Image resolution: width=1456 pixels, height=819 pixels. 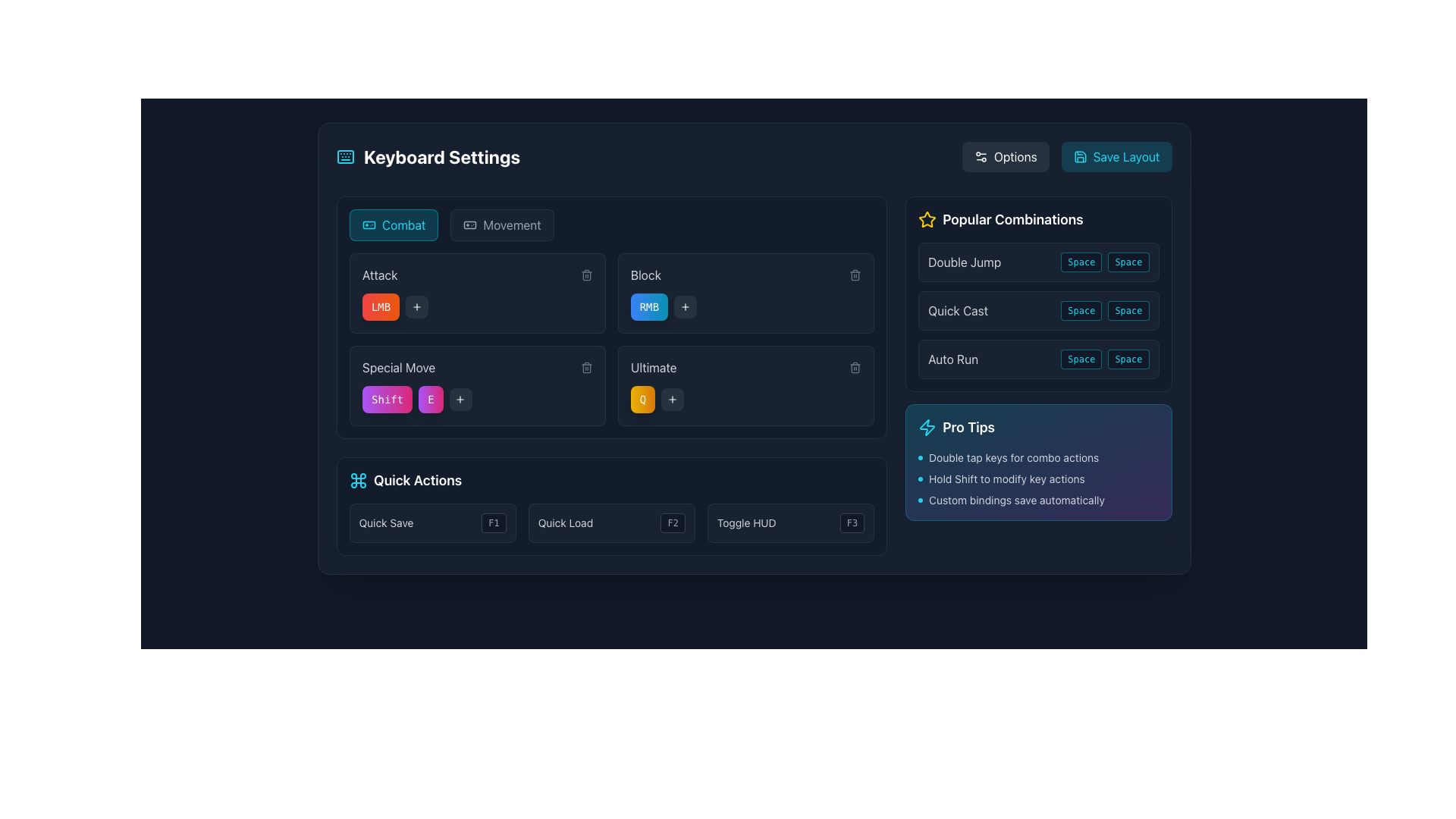 I want to click on the settings icon located in the top-right corner of the interface, specifically positioned to the left of the 'Save Layout' button, so click(x=981, y=157).